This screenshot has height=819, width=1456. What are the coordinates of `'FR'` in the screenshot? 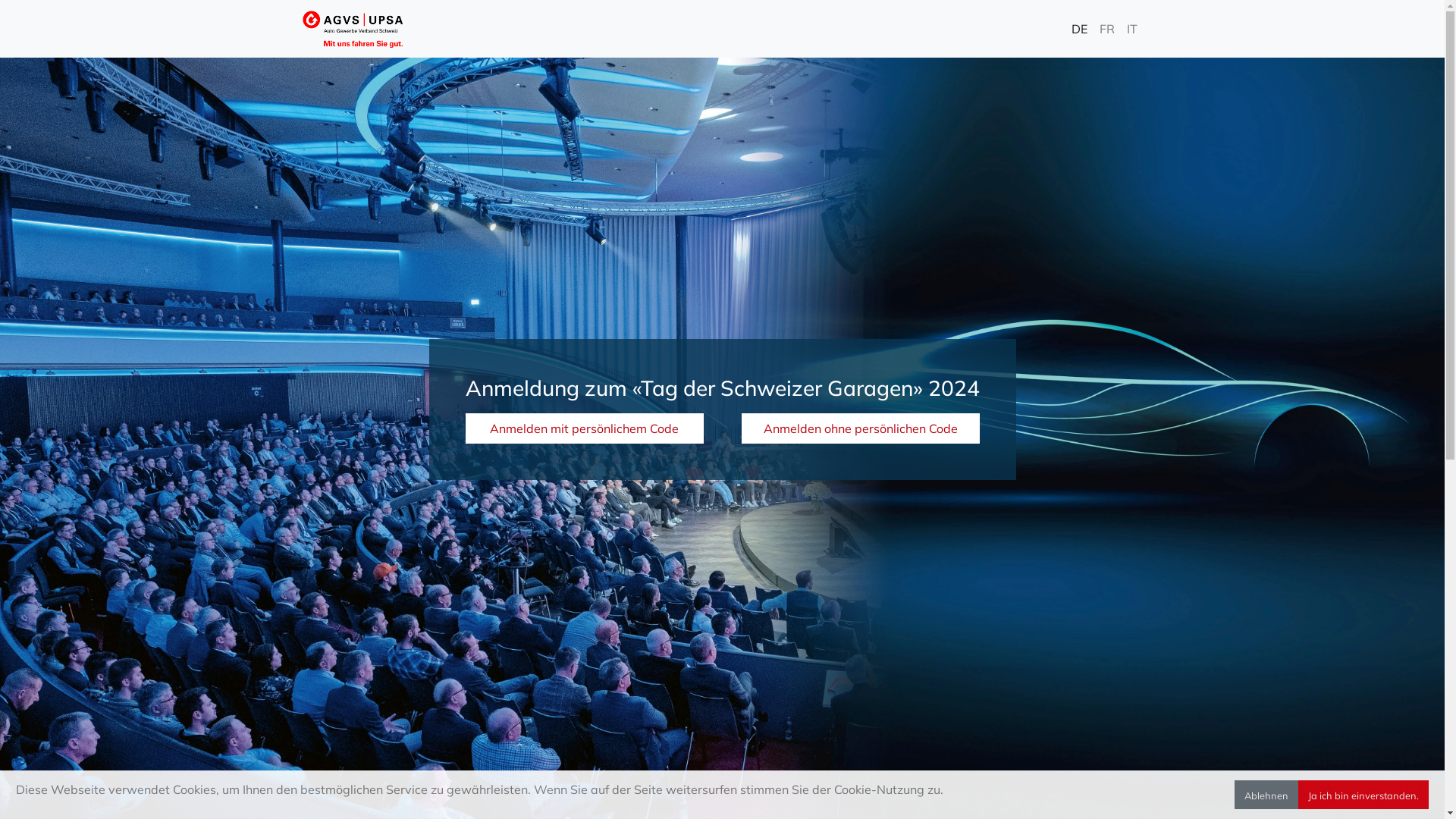 It's located at (1106, 29).